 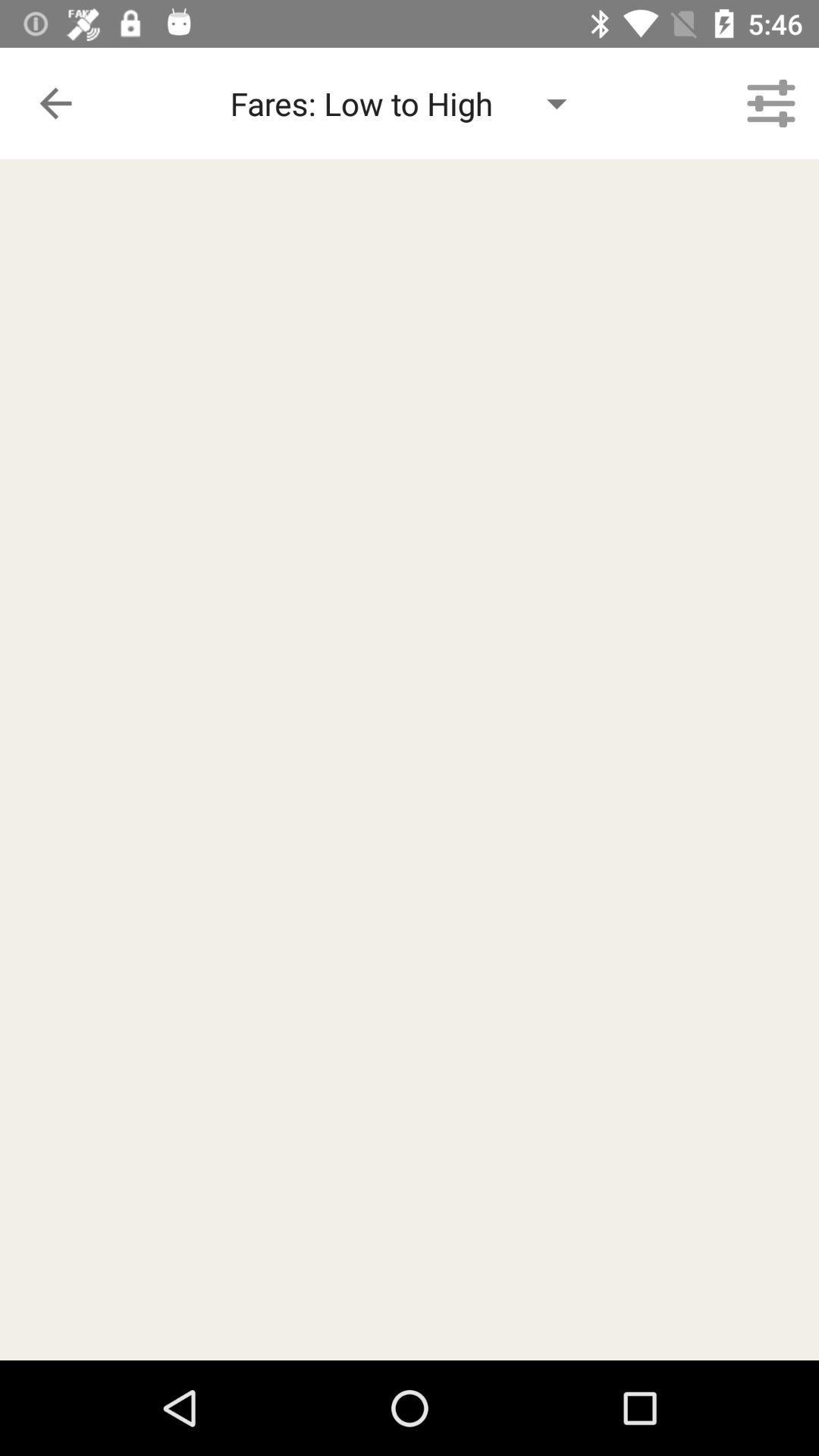 I want to click on the icon to the right of the fares low to item, so click(x=771, y=102).